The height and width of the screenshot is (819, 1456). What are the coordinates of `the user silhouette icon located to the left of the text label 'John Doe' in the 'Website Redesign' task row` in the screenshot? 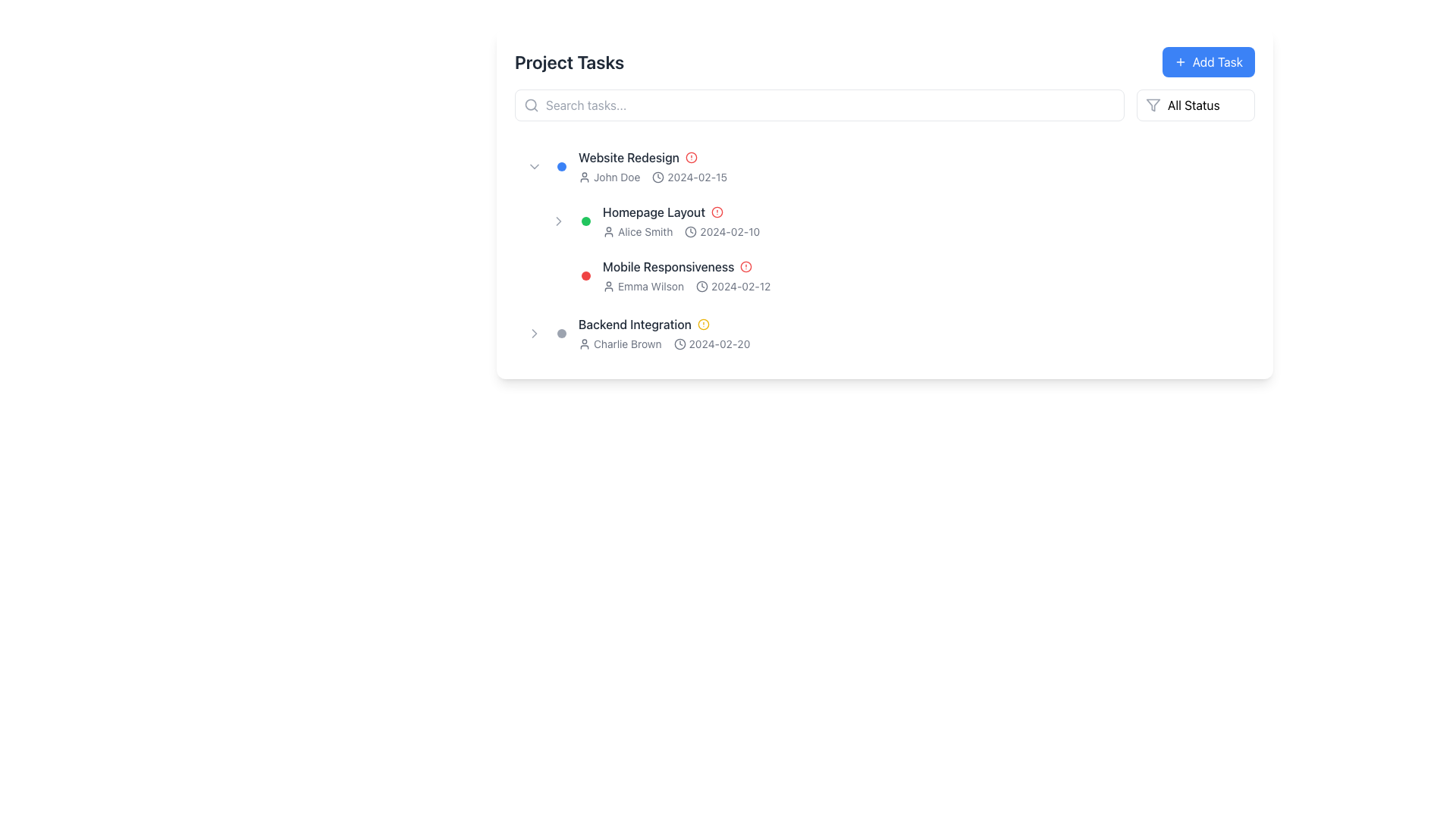 It's located at (584, 177).